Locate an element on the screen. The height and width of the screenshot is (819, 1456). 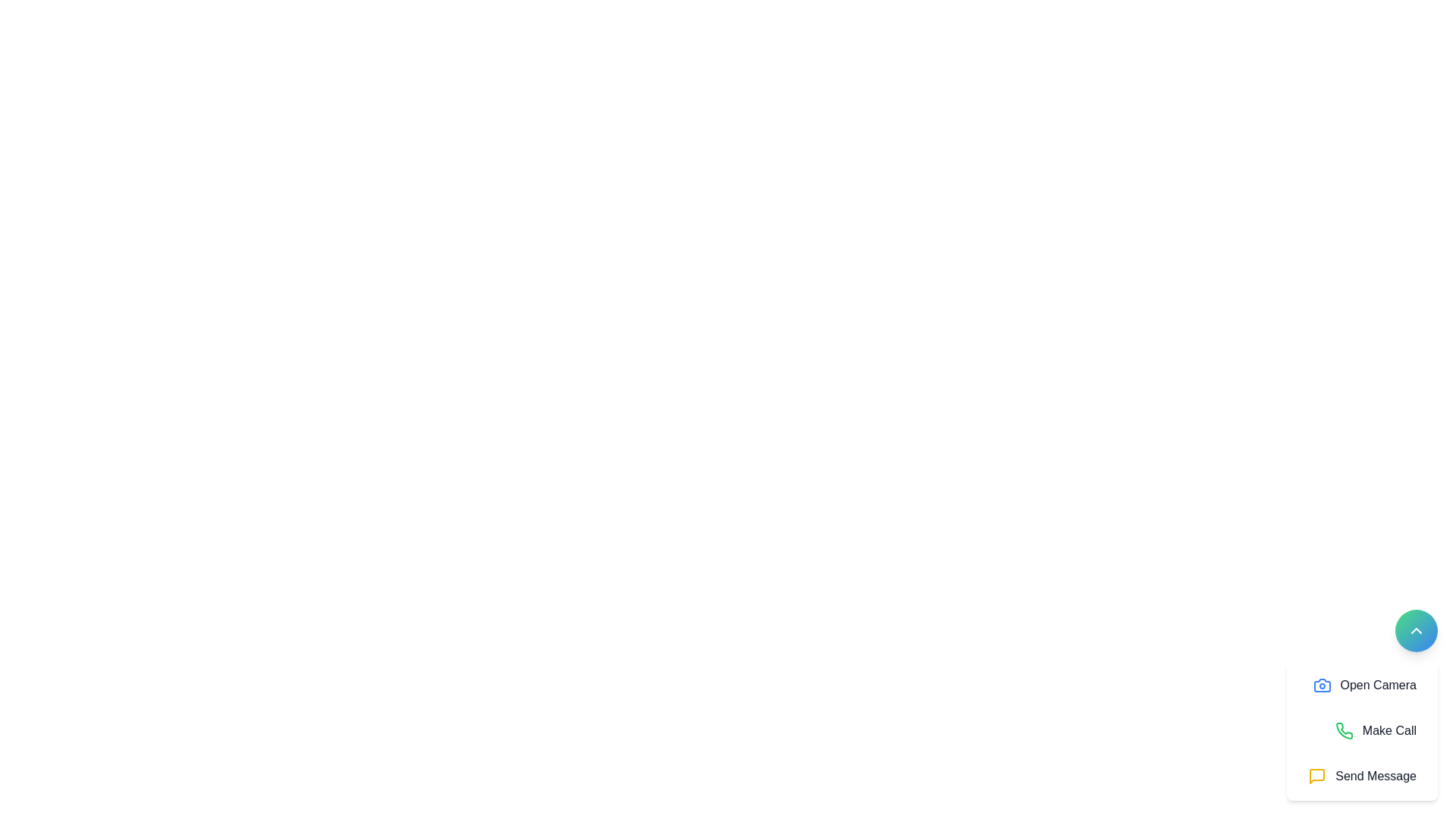
the 'Send Message' text label, which is styled in medium gray and located to the right of a yellow message icon is located at coordinates (1376, 776).